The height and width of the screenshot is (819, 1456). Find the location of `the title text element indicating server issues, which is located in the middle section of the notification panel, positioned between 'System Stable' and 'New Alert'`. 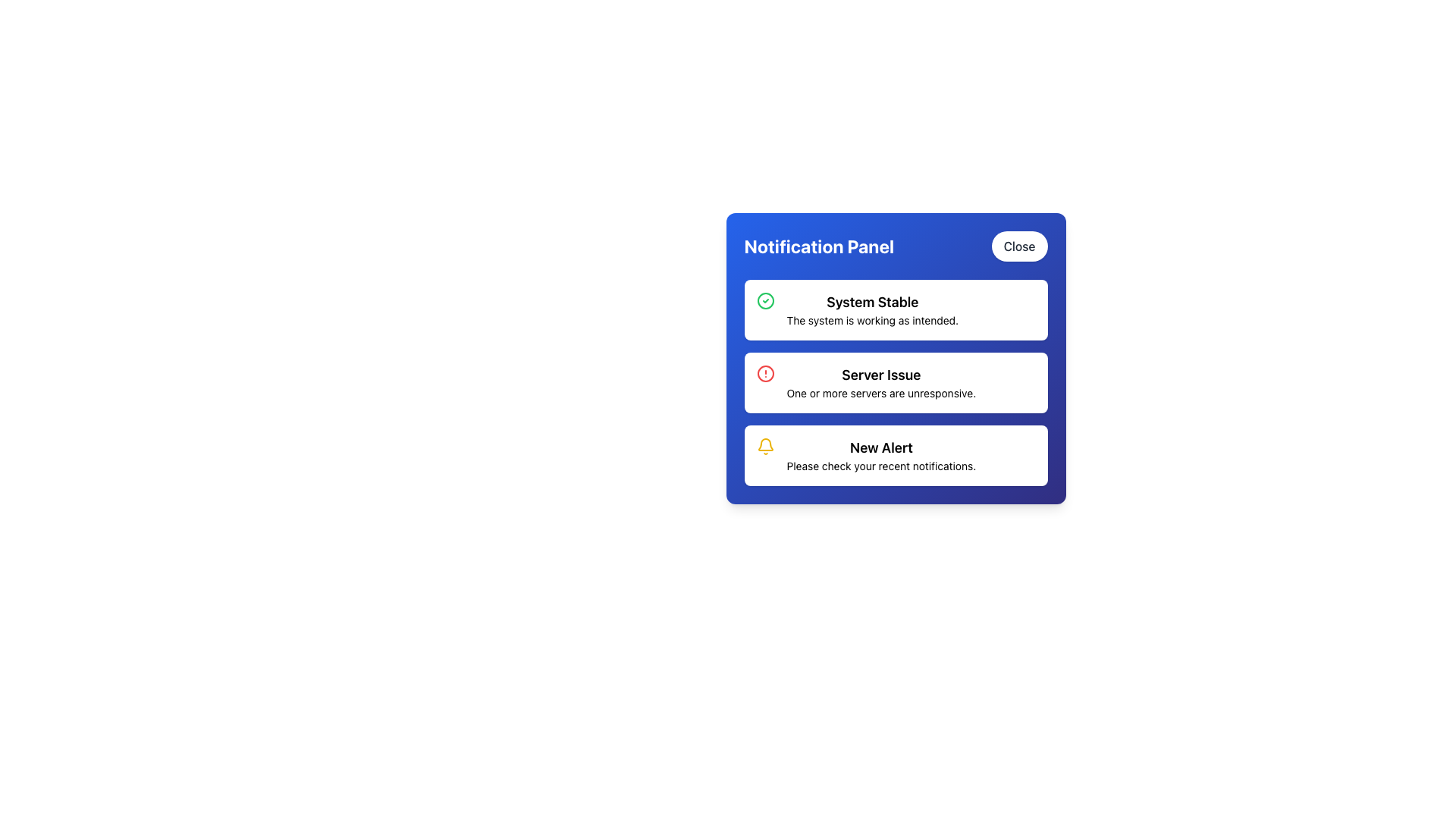

the title text element indicating server issues, which is located in the middle section of the notification panel, positioned between 'System Stable' and 'New Alert' is located at coordinates (881, 375).